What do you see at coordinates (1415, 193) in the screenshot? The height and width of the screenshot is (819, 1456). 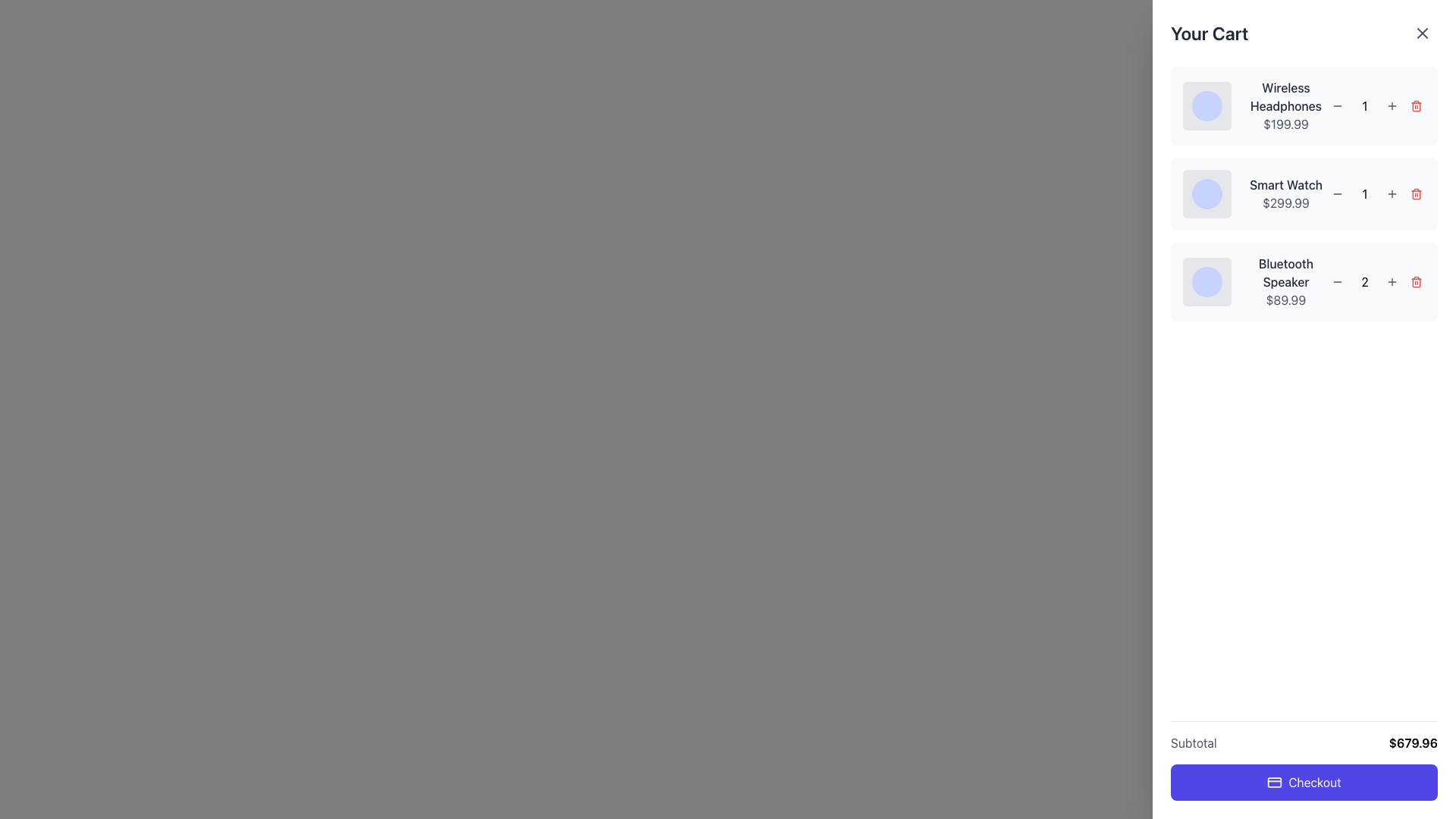 I see `the Trash can icon (delete button)` at bounding box center [1415, 193].